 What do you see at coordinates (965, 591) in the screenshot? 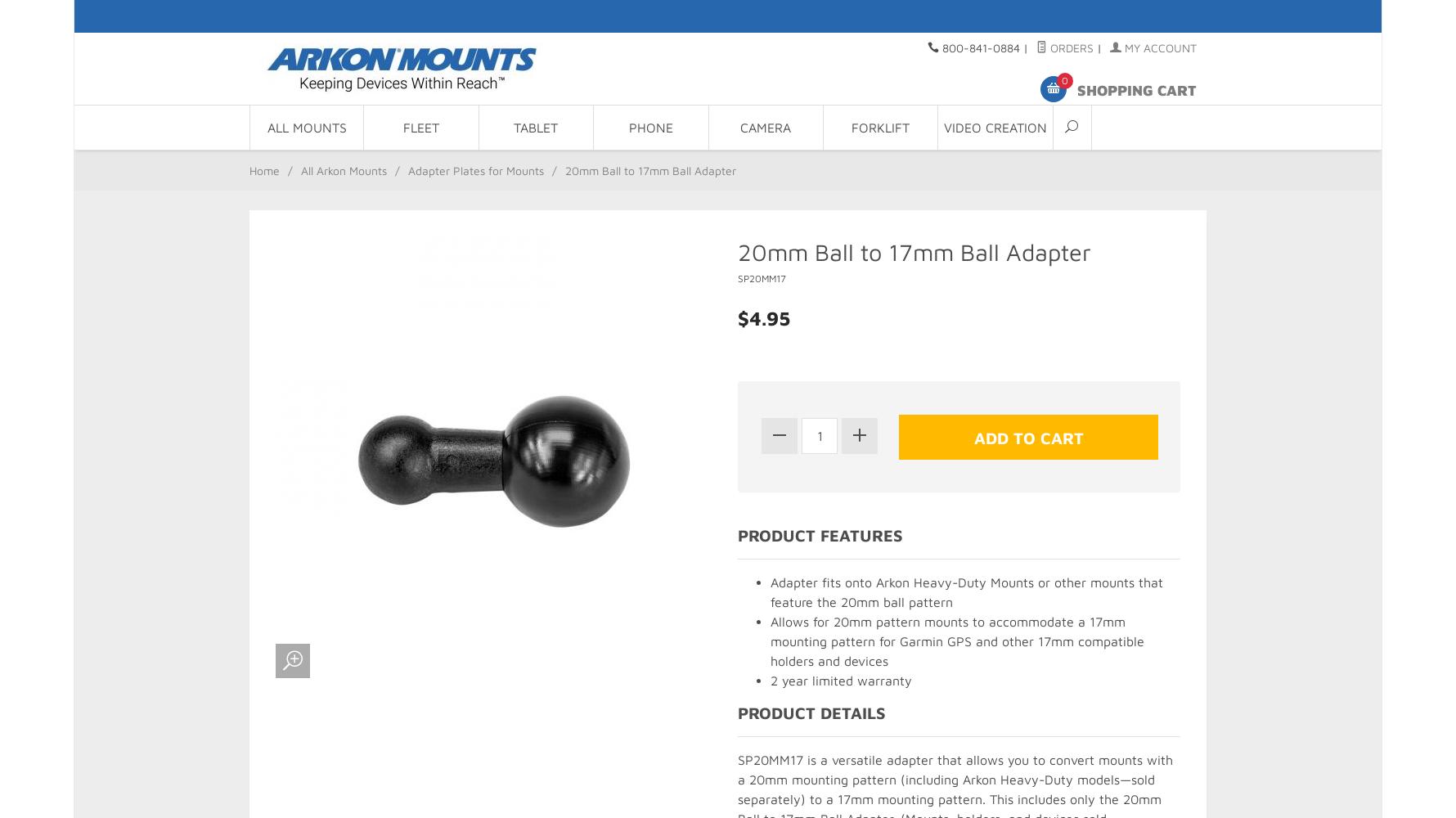
I see `'Adapter fits onto Arkon Heavy-Duty Mounts or other mounts that feature the 20mm ball pattern'` at bounding box center [965, 591].